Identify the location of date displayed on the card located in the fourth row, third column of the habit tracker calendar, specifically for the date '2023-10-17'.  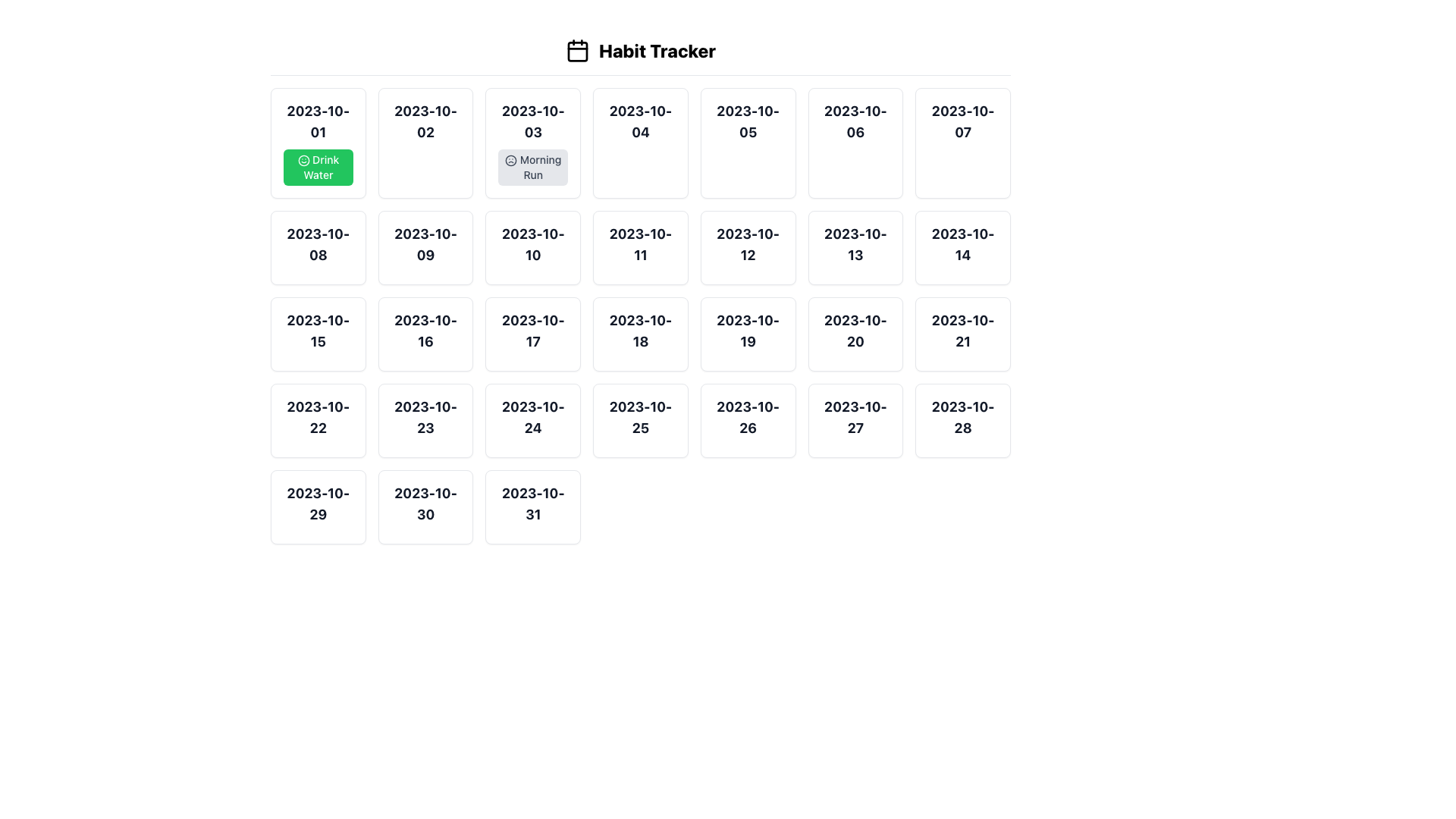
(533, 333).